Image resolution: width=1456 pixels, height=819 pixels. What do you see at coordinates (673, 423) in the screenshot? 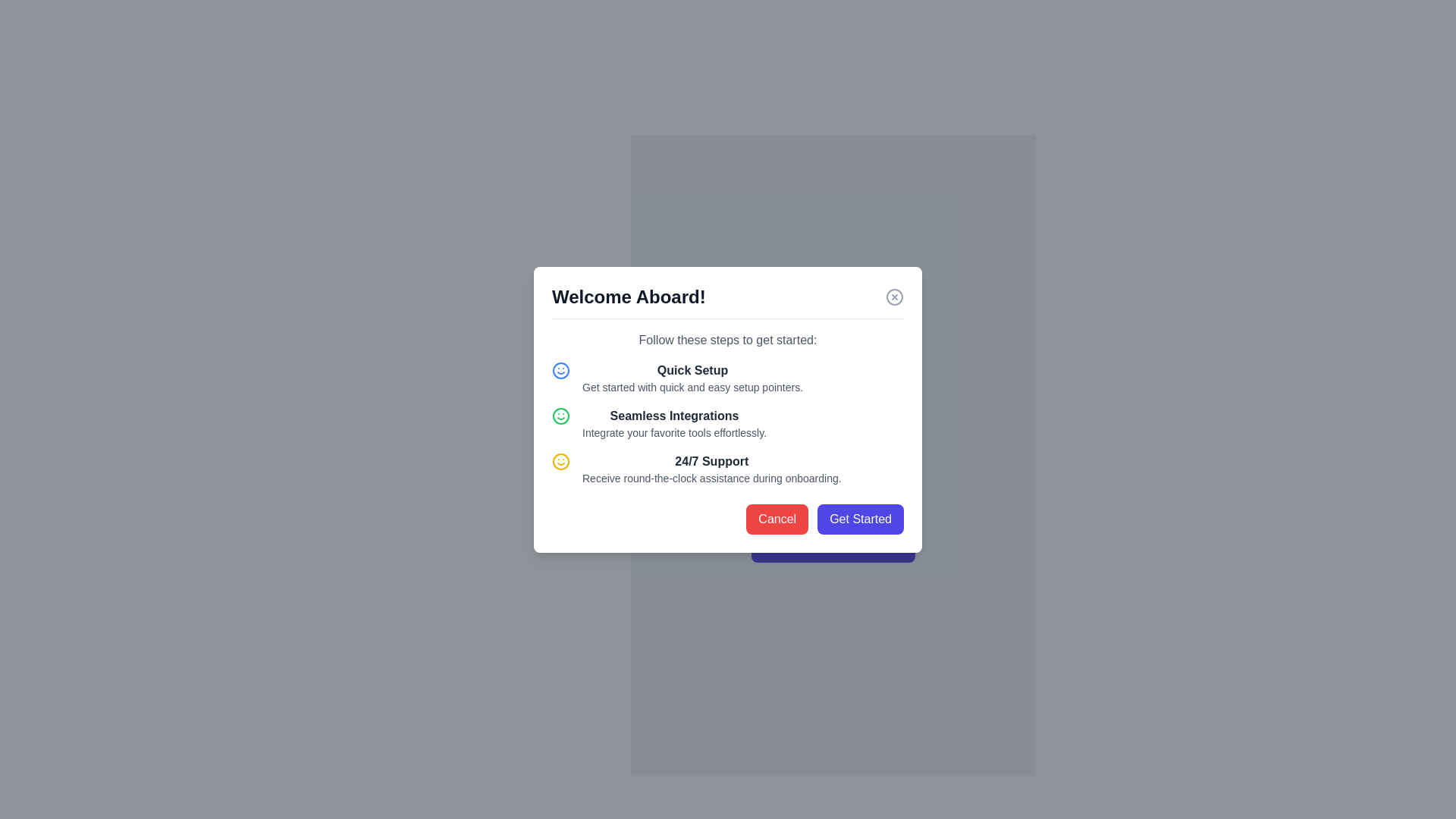
I see `the UI text block that describes 'seamless integrations' within the onboarding modal` at bounding box center [673, 423].